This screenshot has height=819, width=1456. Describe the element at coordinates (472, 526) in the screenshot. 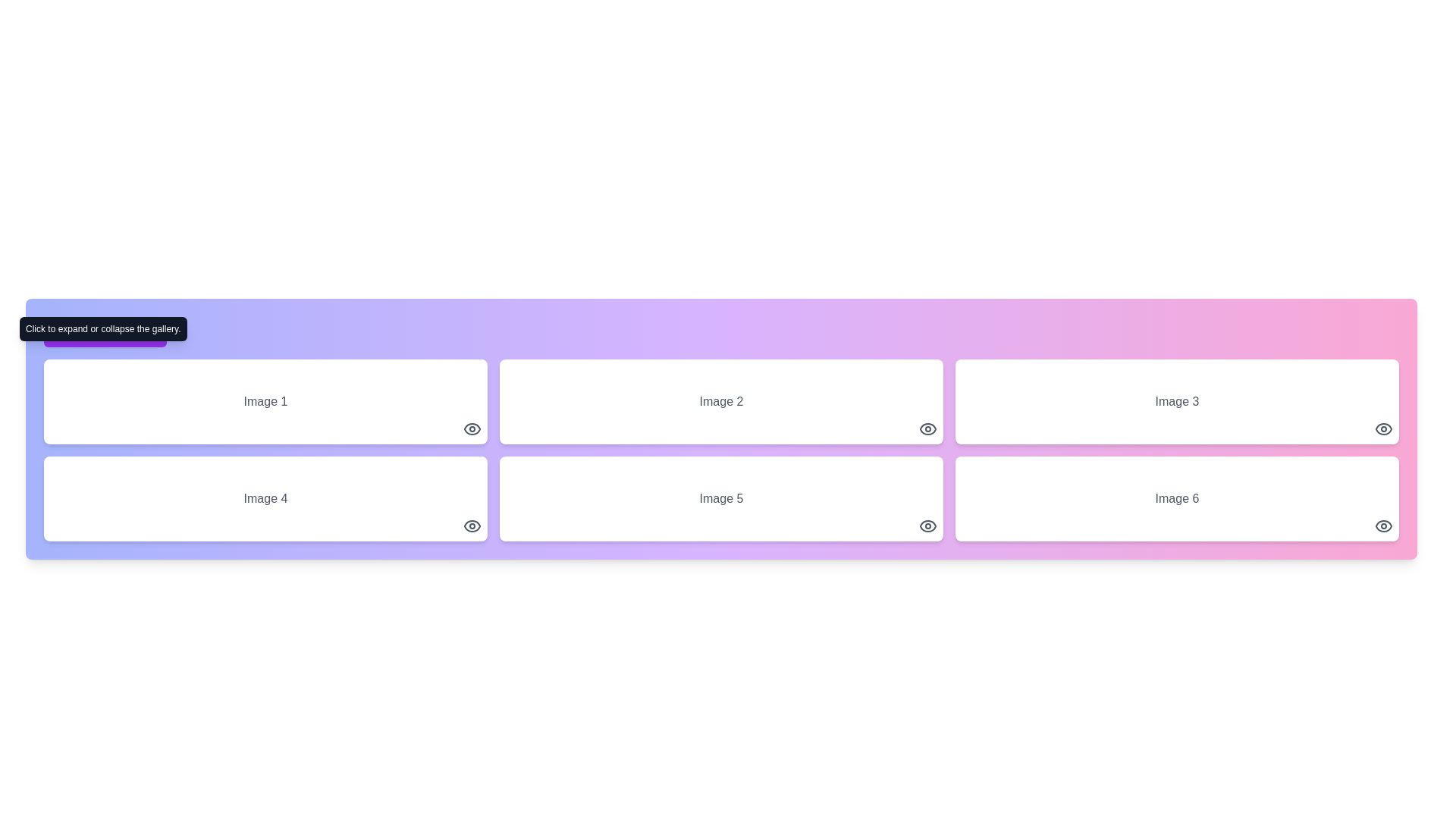

I see `the eye icon button located in the bottom-right corner of the 'Image 4' card to change its color to black` at that location.